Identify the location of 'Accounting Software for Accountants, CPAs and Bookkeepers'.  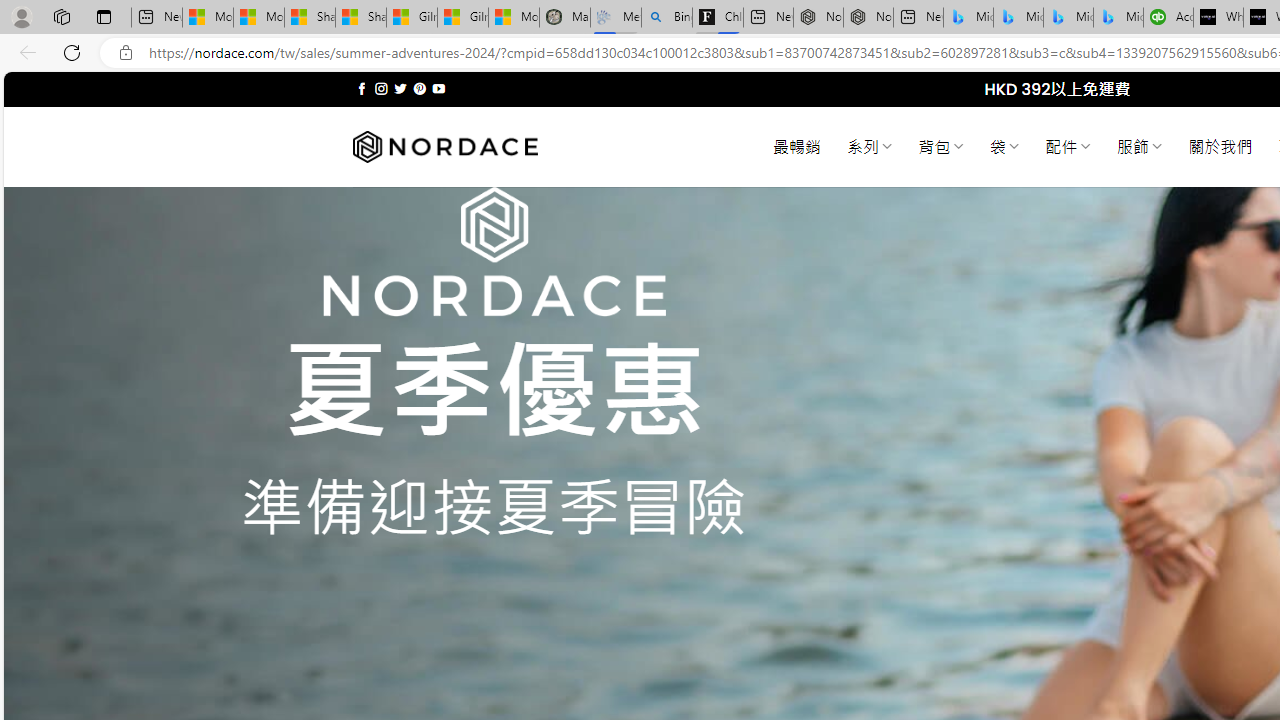
(1168, 17).